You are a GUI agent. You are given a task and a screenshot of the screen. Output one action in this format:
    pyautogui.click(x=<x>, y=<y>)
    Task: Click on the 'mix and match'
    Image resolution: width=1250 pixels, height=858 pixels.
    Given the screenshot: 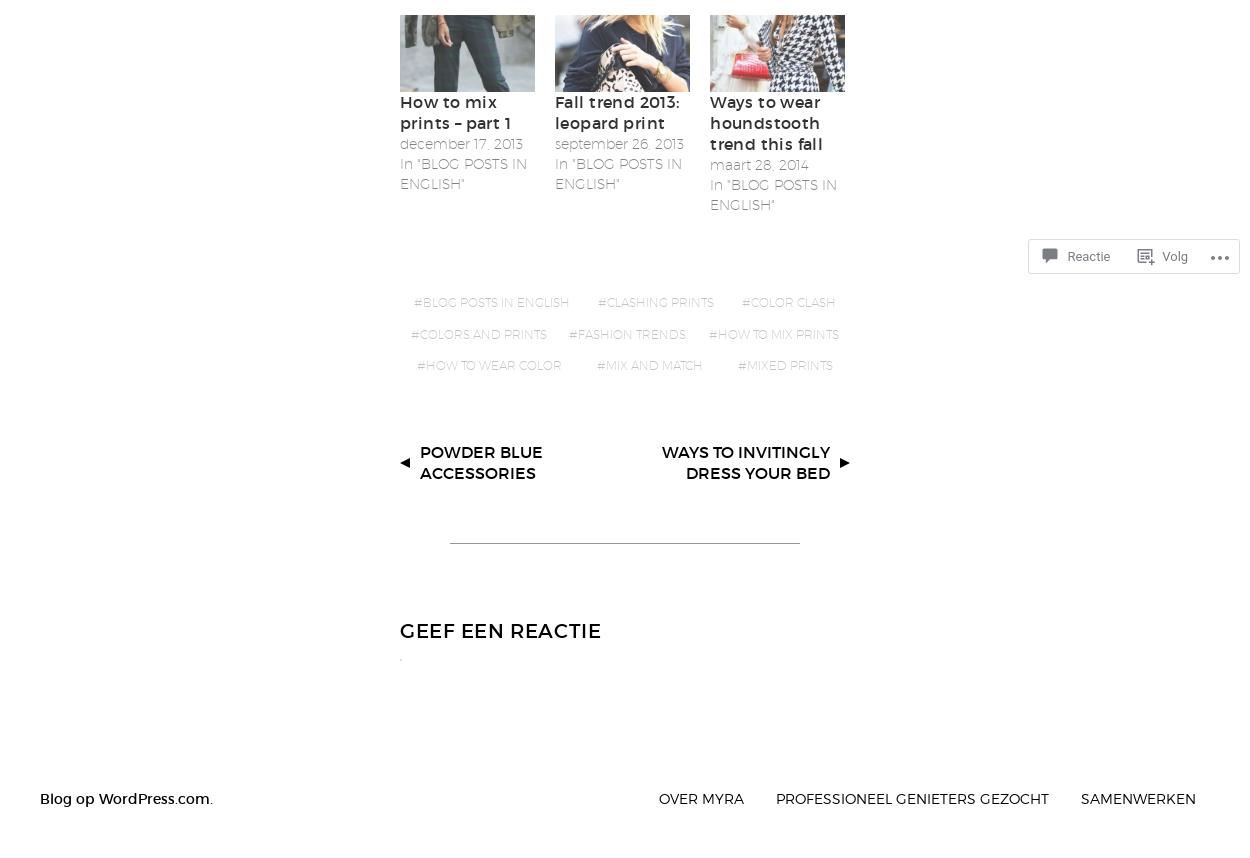 What is the action you would take?
    pyautogui.click(x=653, y=365)
    